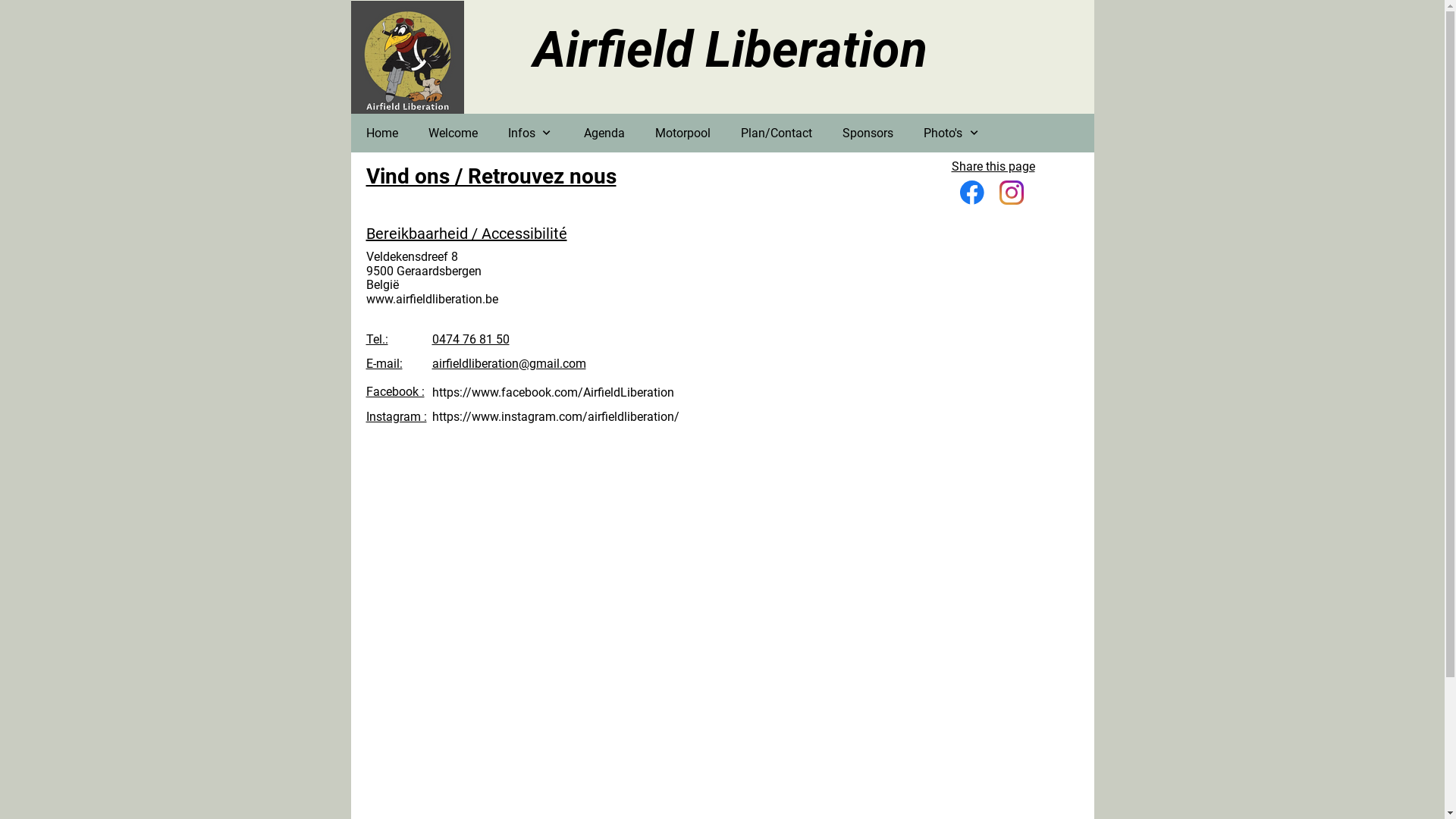 This screenshot has width=1456, height=819. Describe the element at coordinates (868, 132) in the screenshot. I see `'Sponsors'` at that location.